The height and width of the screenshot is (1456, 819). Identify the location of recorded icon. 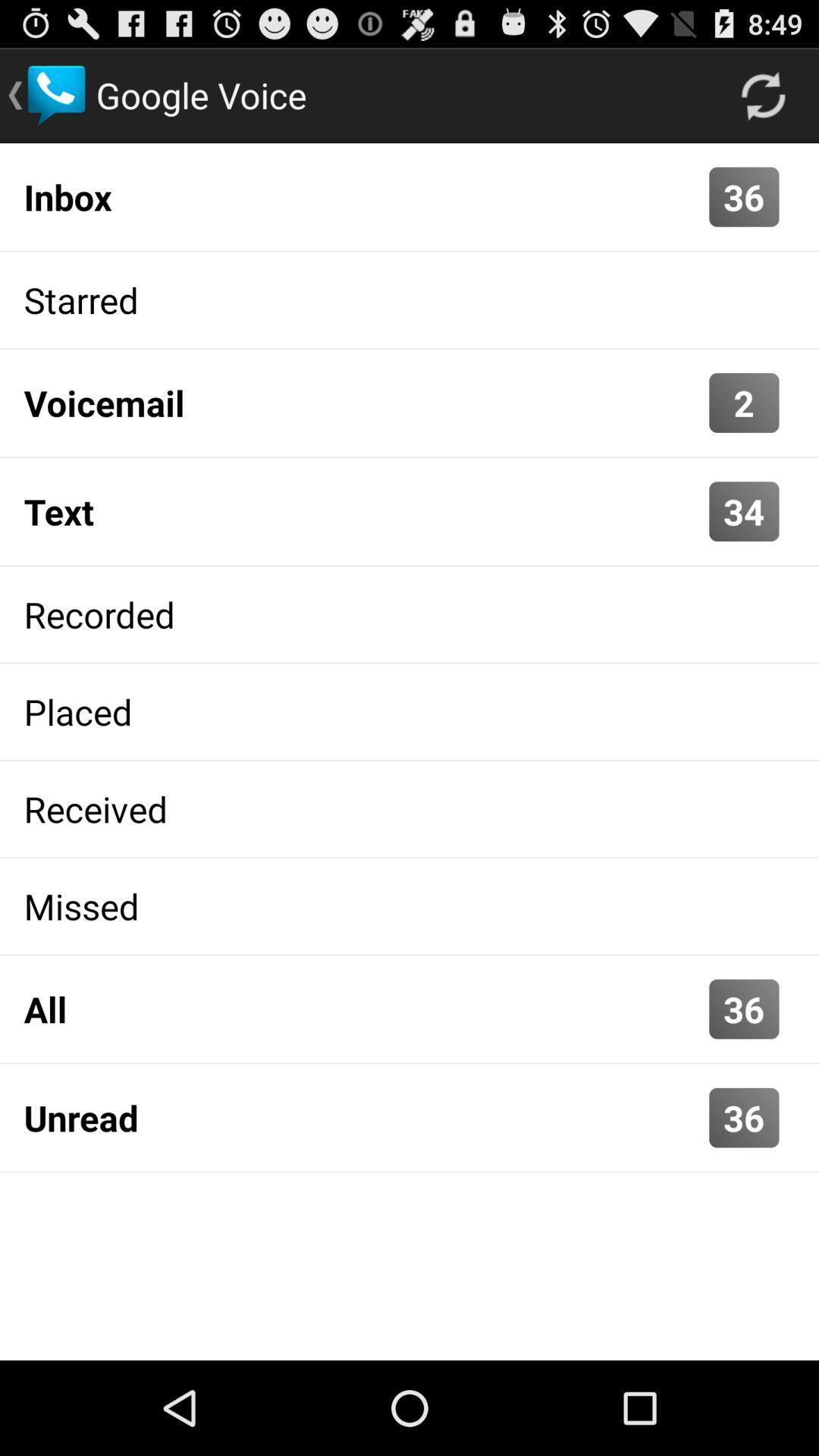
(409, 614).